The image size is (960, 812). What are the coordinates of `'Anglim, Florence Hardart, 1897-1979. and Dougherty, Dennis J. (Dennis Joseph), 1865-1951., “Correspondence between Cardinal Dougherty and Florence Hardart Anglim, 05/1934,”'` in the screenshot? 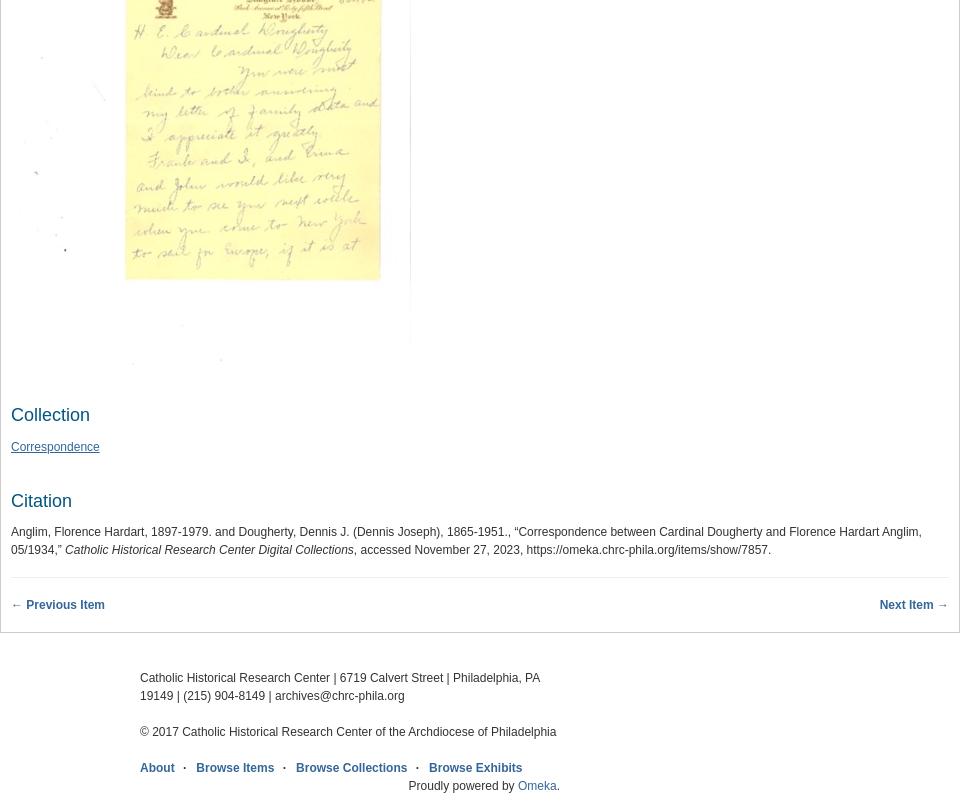 It's located at (10, 541).